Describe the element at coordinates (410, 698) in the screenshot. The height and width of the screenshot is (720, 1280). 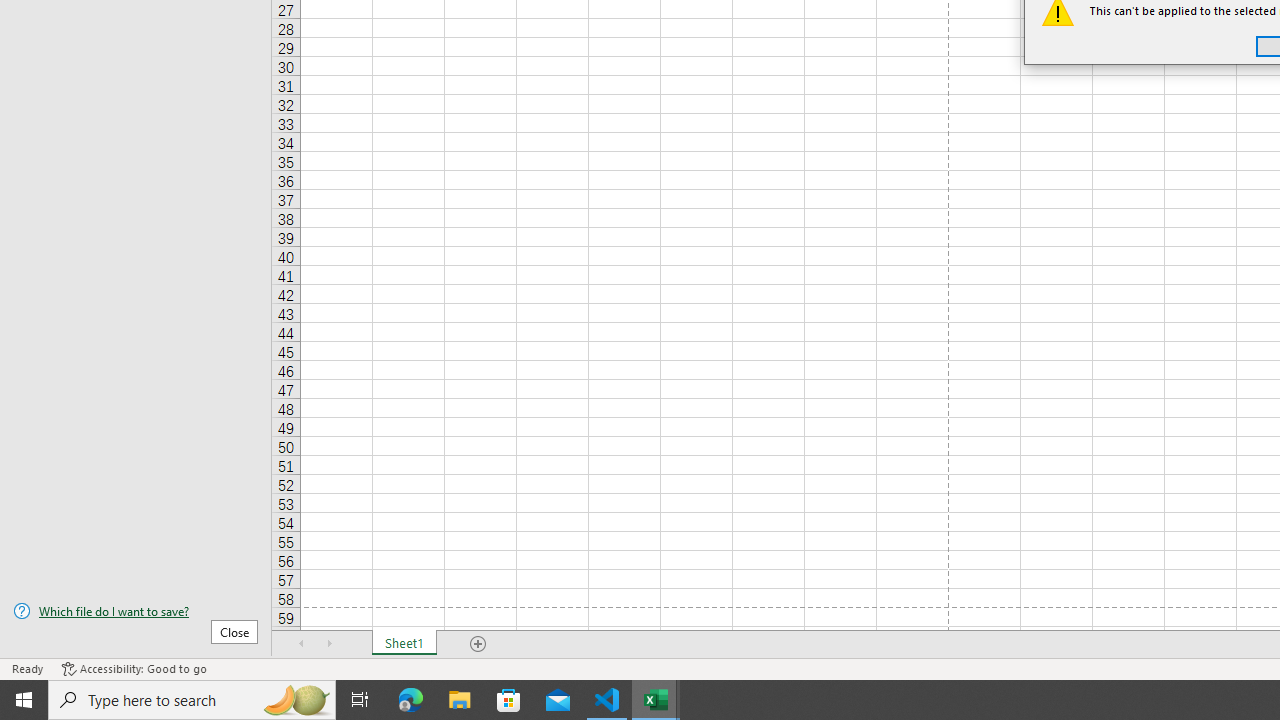
I see `'Microsoft Edge'` at that location.